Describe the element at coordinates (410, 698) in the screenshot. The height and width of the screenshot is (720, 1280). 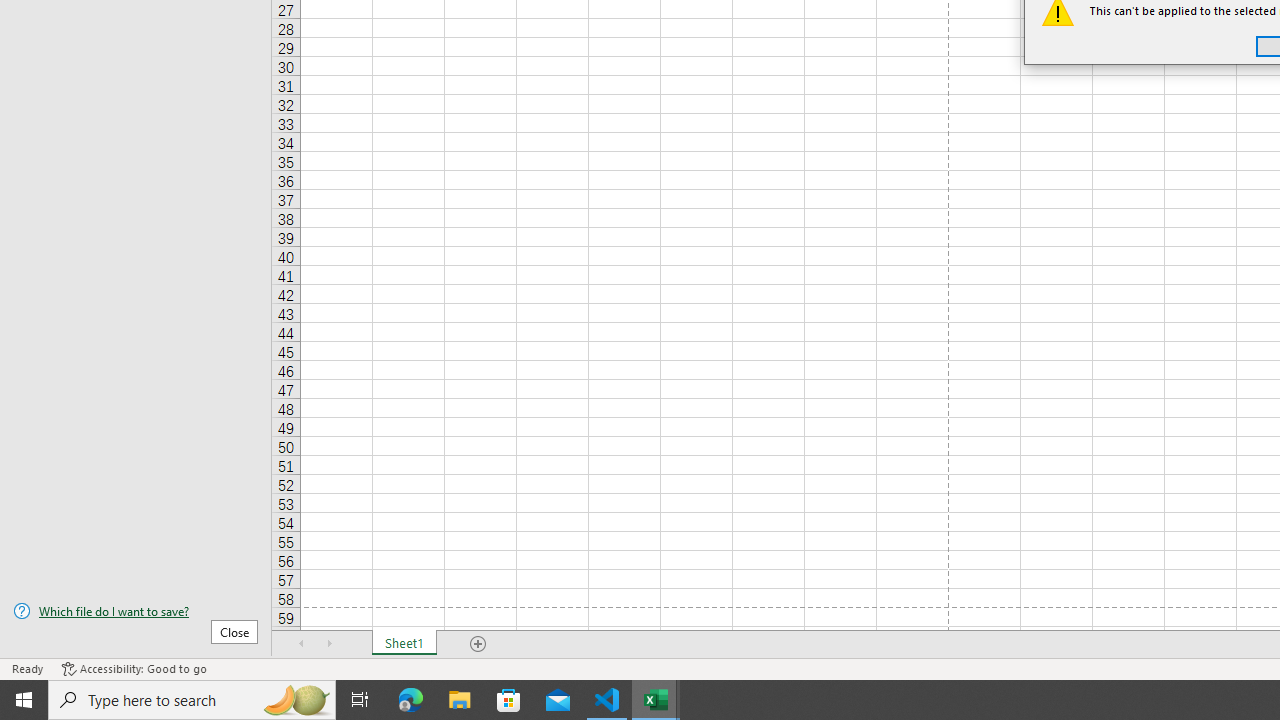
I see `'Microsoft Edge'` at that location.